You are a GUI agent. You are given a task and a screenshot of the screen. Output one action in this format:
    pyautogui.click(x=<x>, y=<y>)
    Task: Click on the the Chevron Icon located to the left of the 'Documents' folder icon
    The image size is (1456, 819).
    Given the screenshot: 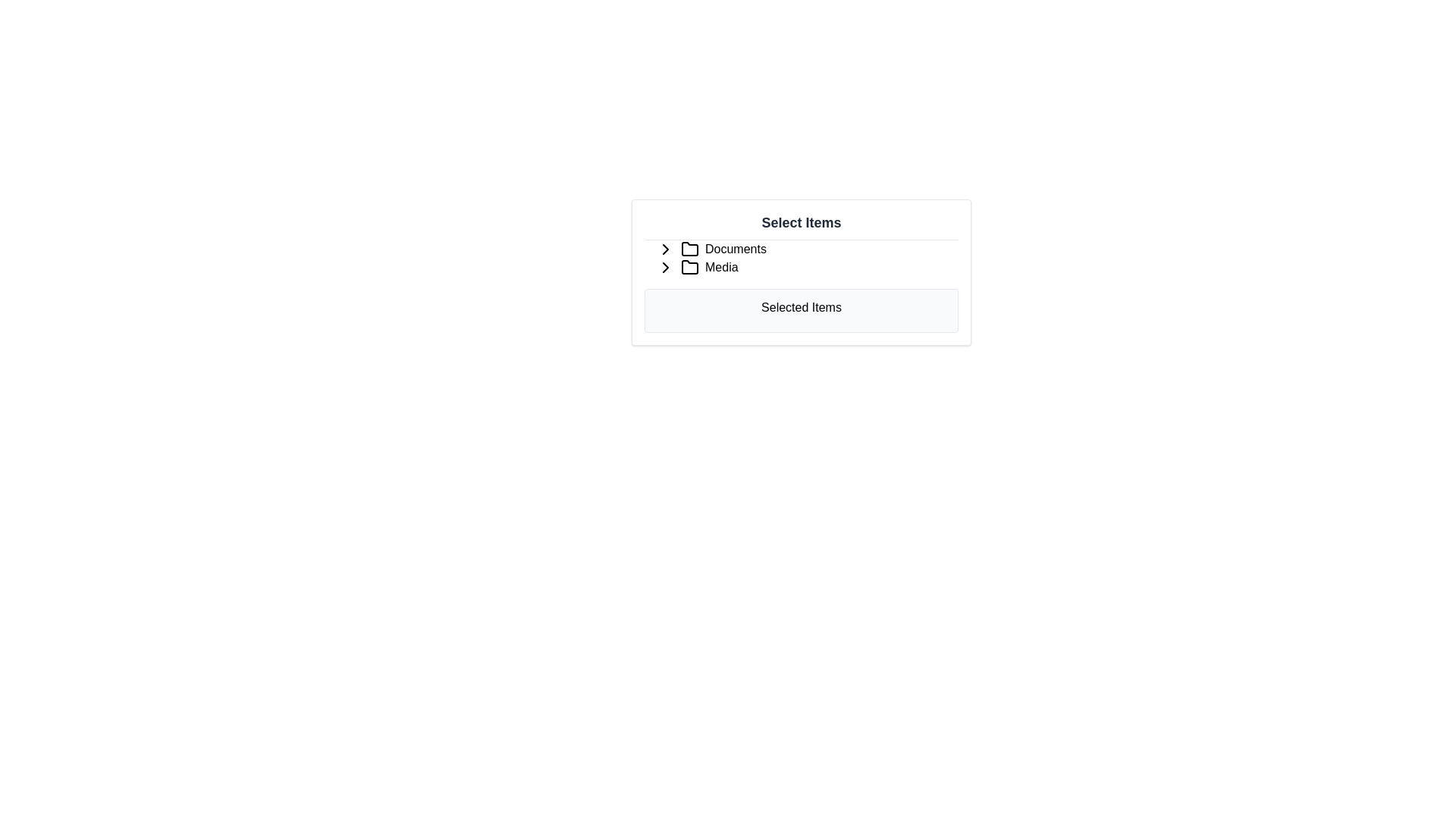 What is the action you would take?
    pyautogui.click(x=666, y=248)
    